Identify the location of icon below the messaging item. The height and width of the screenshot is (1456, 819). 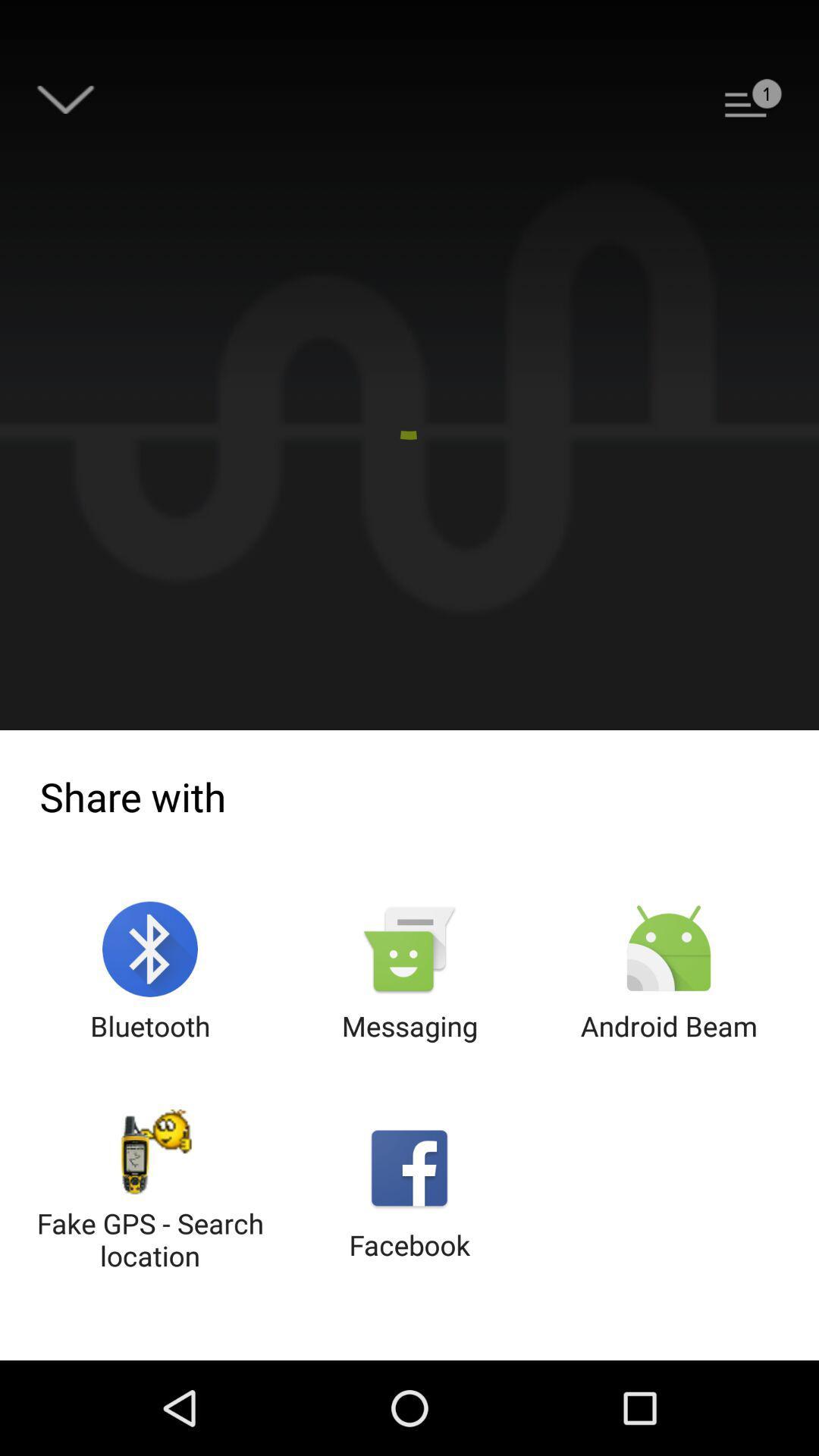
(409, 1191).